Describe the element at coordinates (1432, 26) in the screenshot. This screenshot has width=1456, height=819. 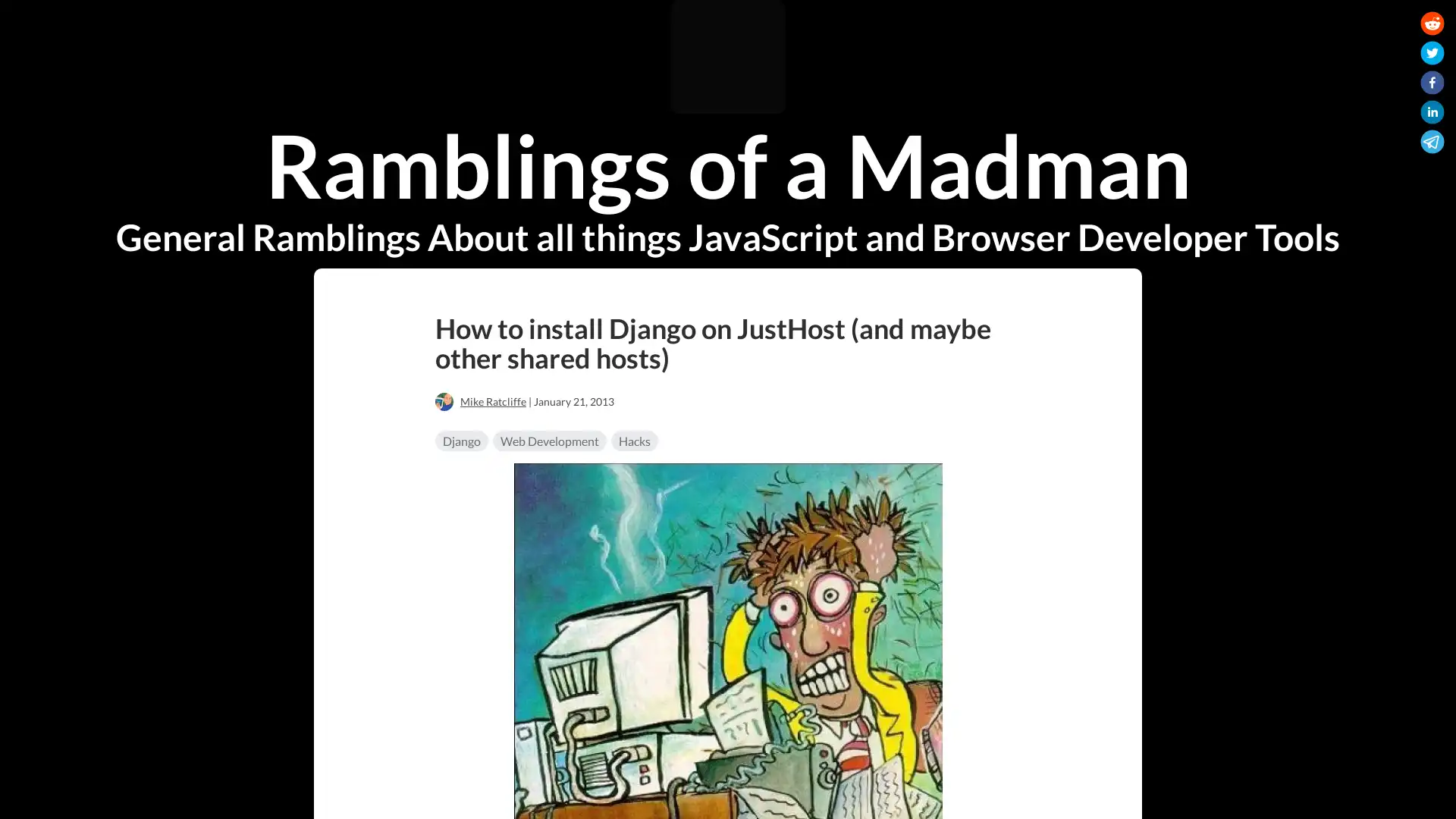
I see `reddit` at that location.